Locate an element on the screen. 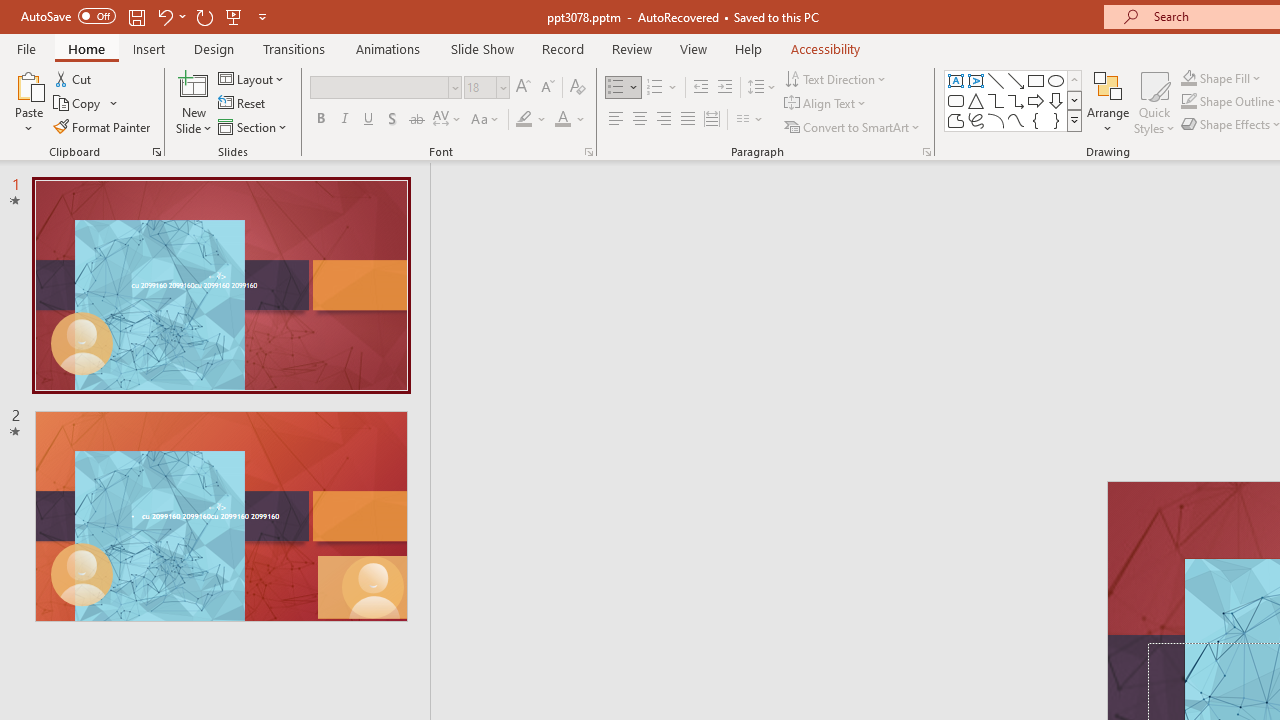 The image size is (1280, 720). 'Connector: Elbow' is located at coordinates (995, 100).